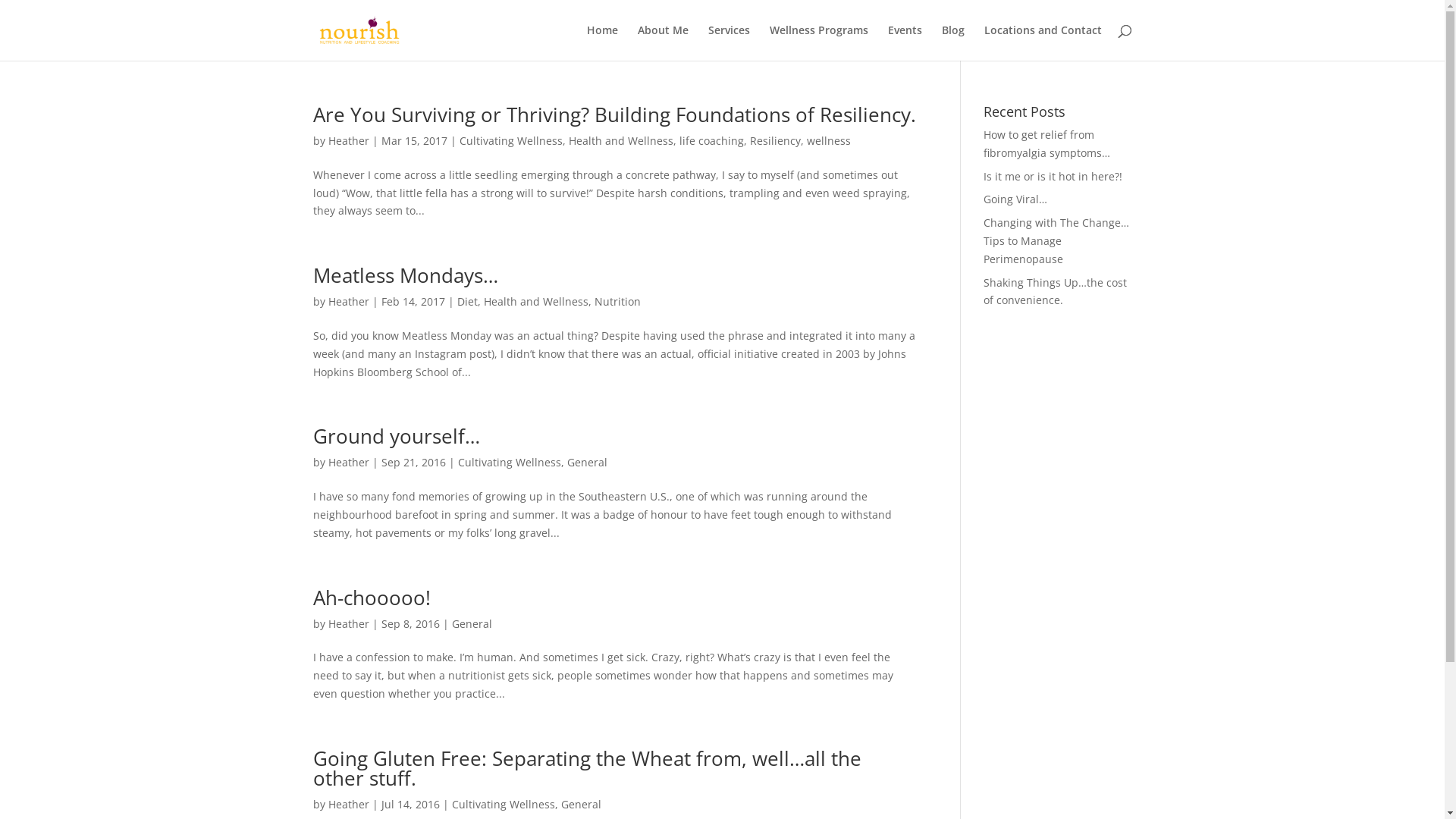 The height and width of the screenshot is (819, 1456). I want to click on 'Locations and Contact', so click(1042, 42).